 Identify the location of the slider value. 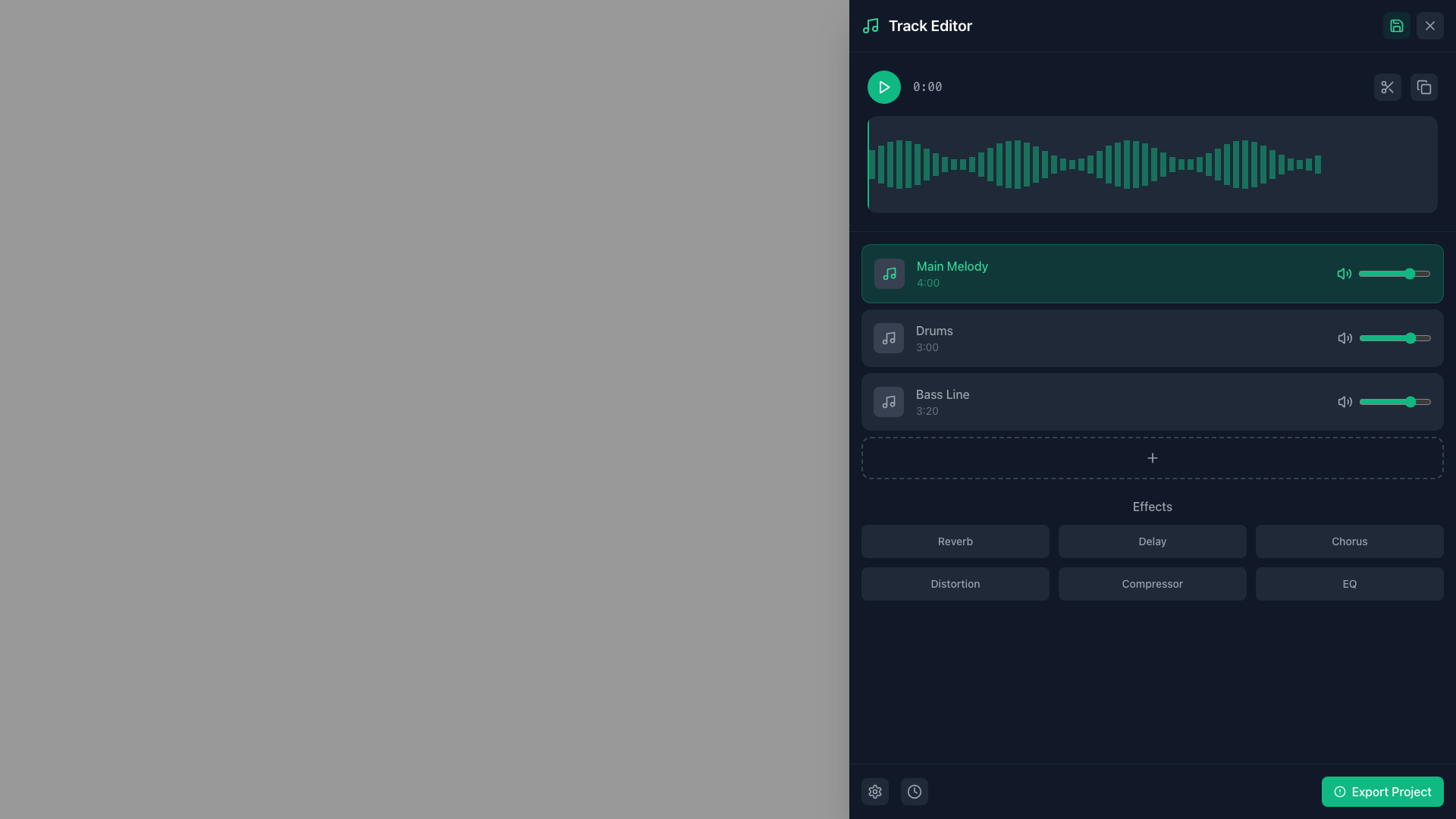
(1397, 274).